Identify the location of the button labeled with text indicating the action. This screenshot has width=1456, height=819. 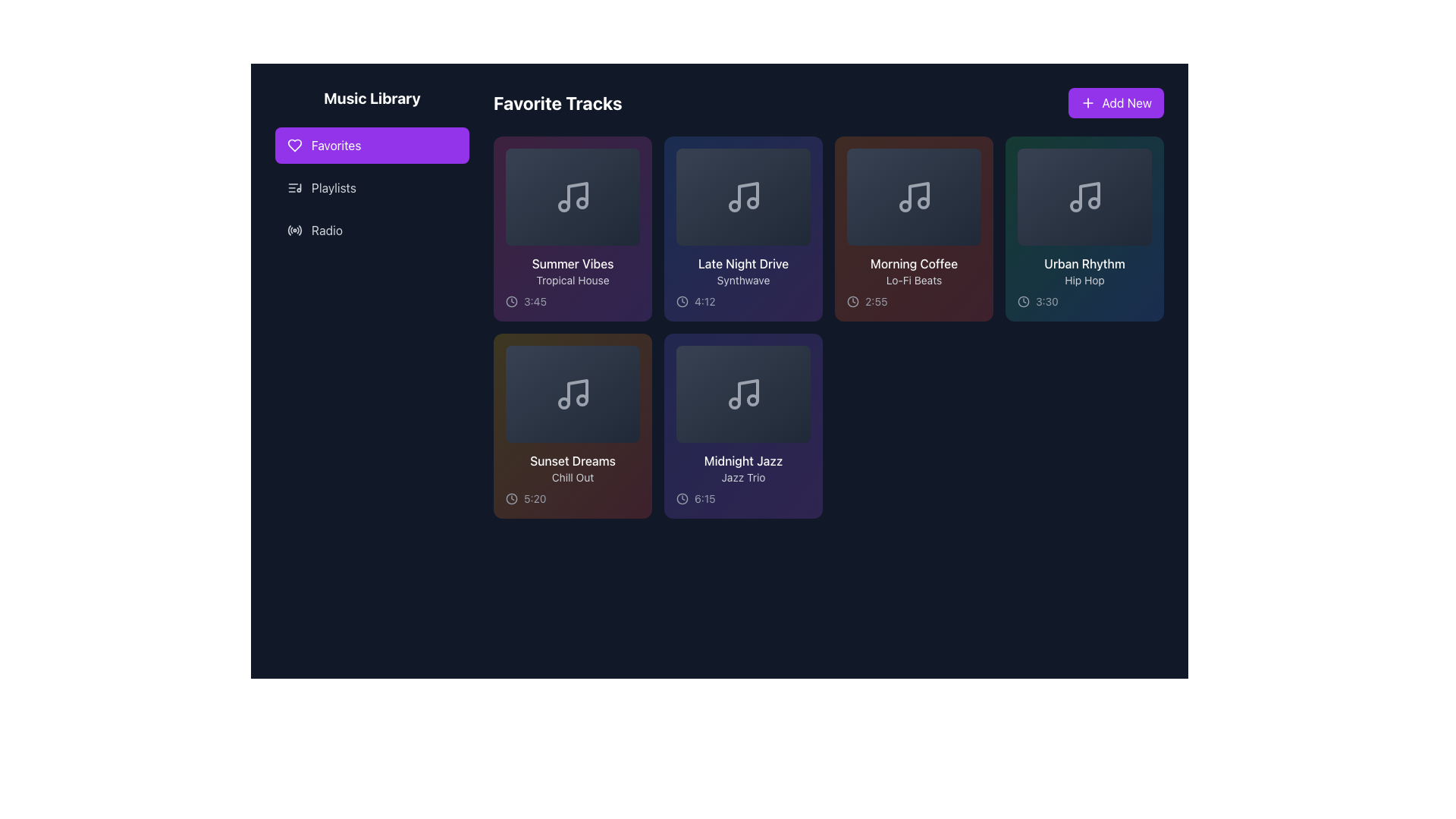
(1127, 102).